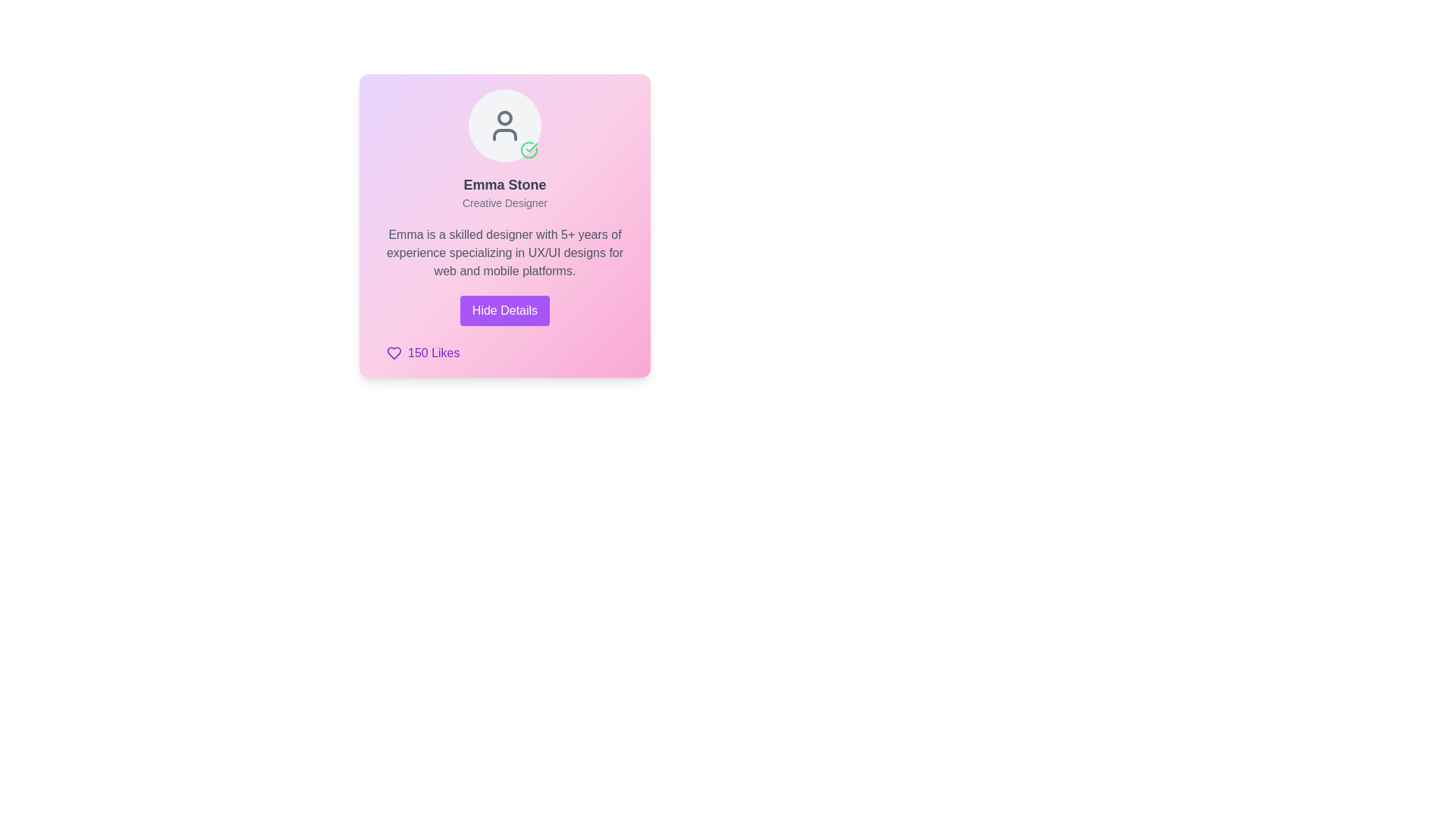 This screenshot has width=1456, height=819. I want to click on the text label that serves as a subheading for the profession or role associated with the profile displayed, located directly below the 'Emma Stone' text label, so click(505, 202).